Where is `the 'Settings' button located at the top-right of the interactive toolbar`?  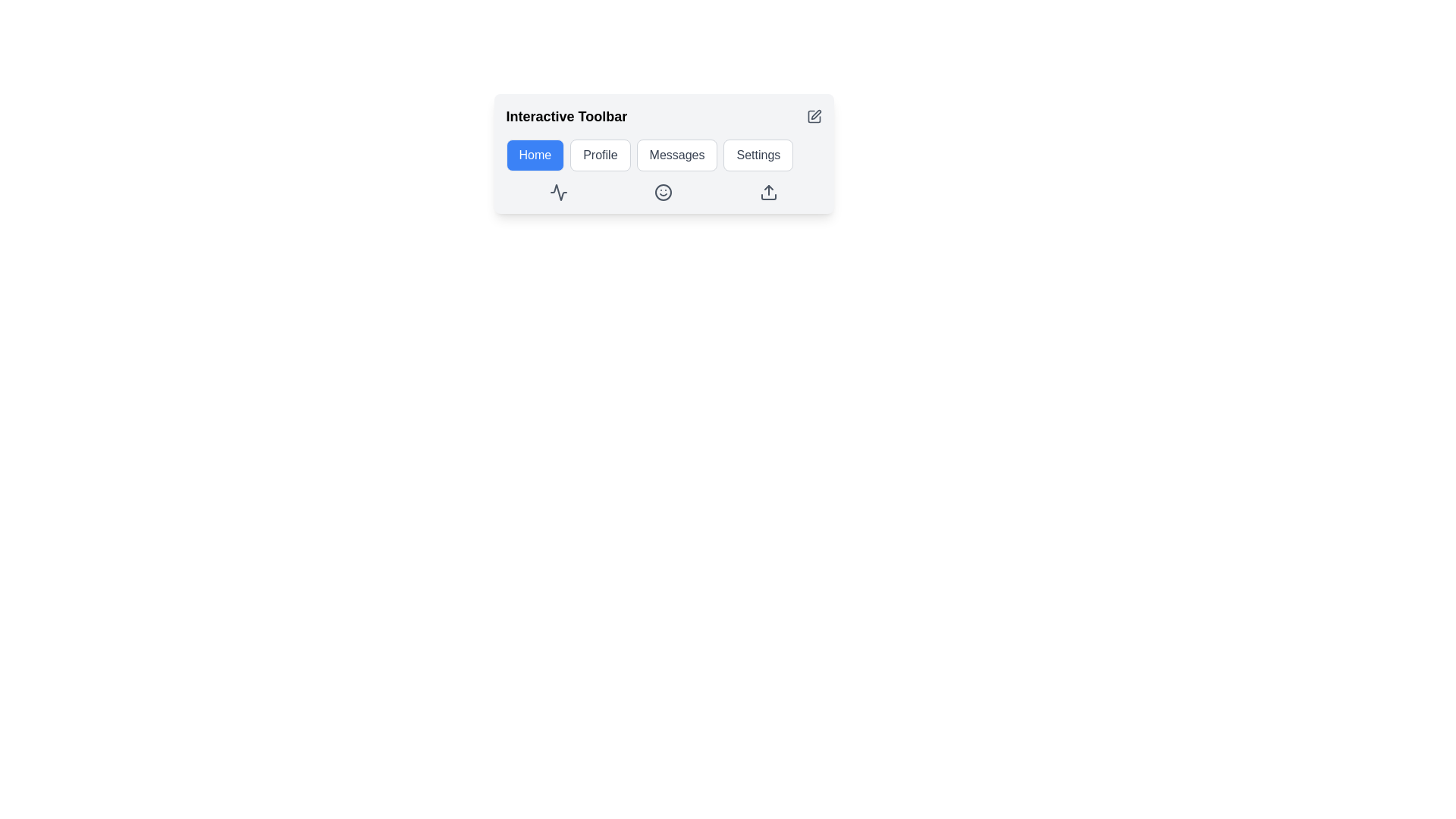
the 'Settings' button located at the top-right of the interactive toolbar is located at coordinates (758, 155).